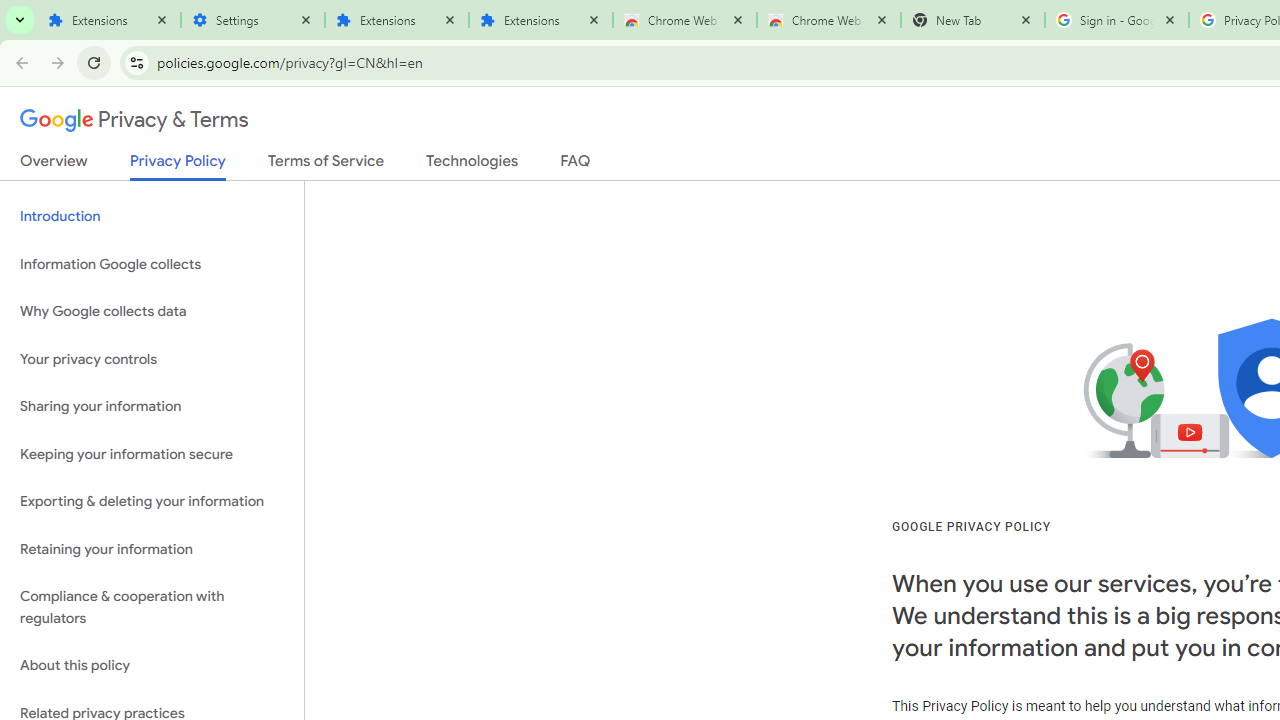 This screenshot has height=720, width=1280. What do you see at coordinates (151, 549) in the screenshot?
I see `'Retaining your information'` at bounding box center [151, 549].